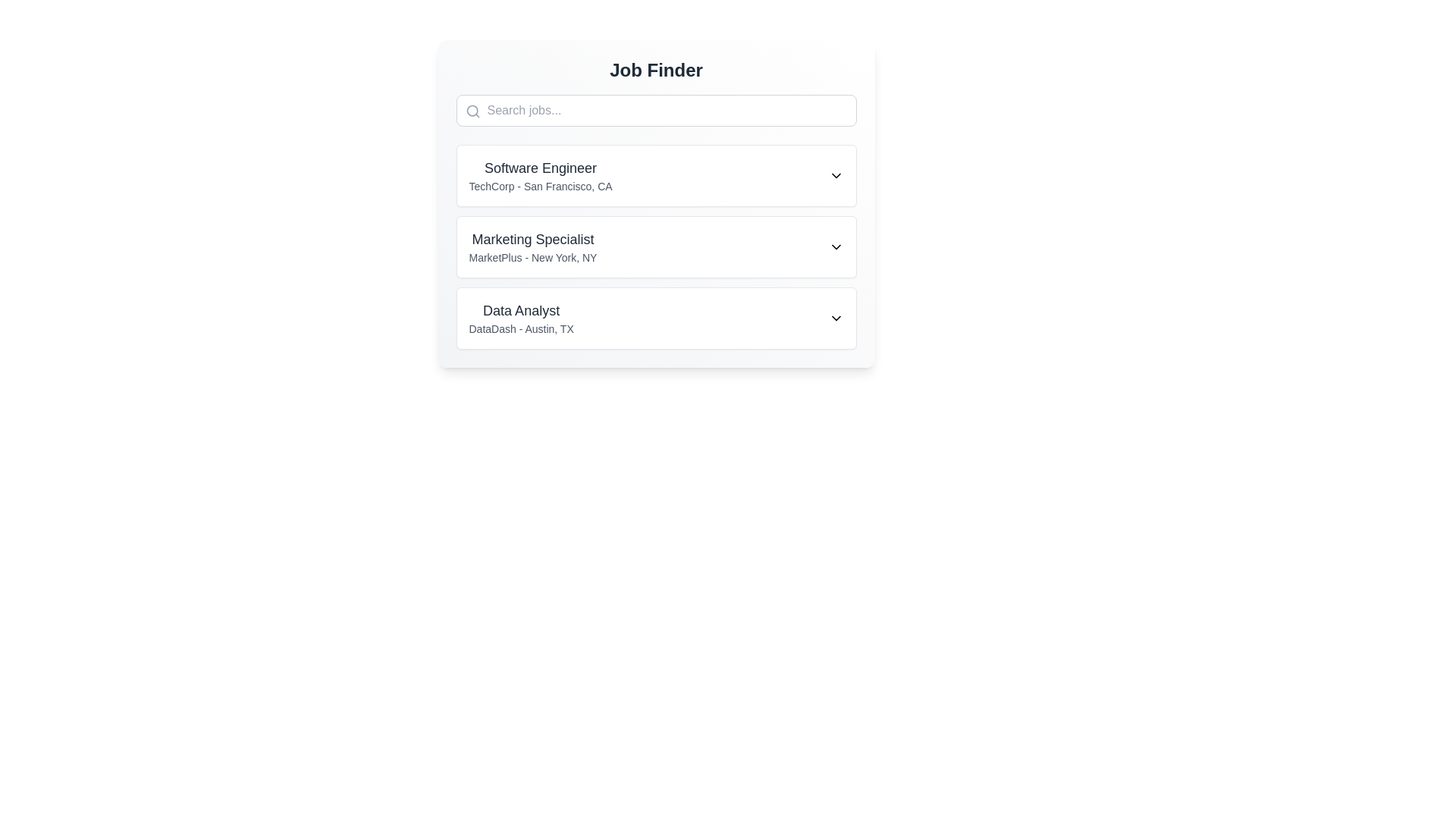 Image resolution: width=1456 pixels, height=819 pixels. What do you see at coordinates (835, 246) in the screenshot?
I see `the downward-facing chevron icon at the rightmost end of the 'Marketing Specialist' entry in the 'Job Finder' section` at bounding box center [835, 246].